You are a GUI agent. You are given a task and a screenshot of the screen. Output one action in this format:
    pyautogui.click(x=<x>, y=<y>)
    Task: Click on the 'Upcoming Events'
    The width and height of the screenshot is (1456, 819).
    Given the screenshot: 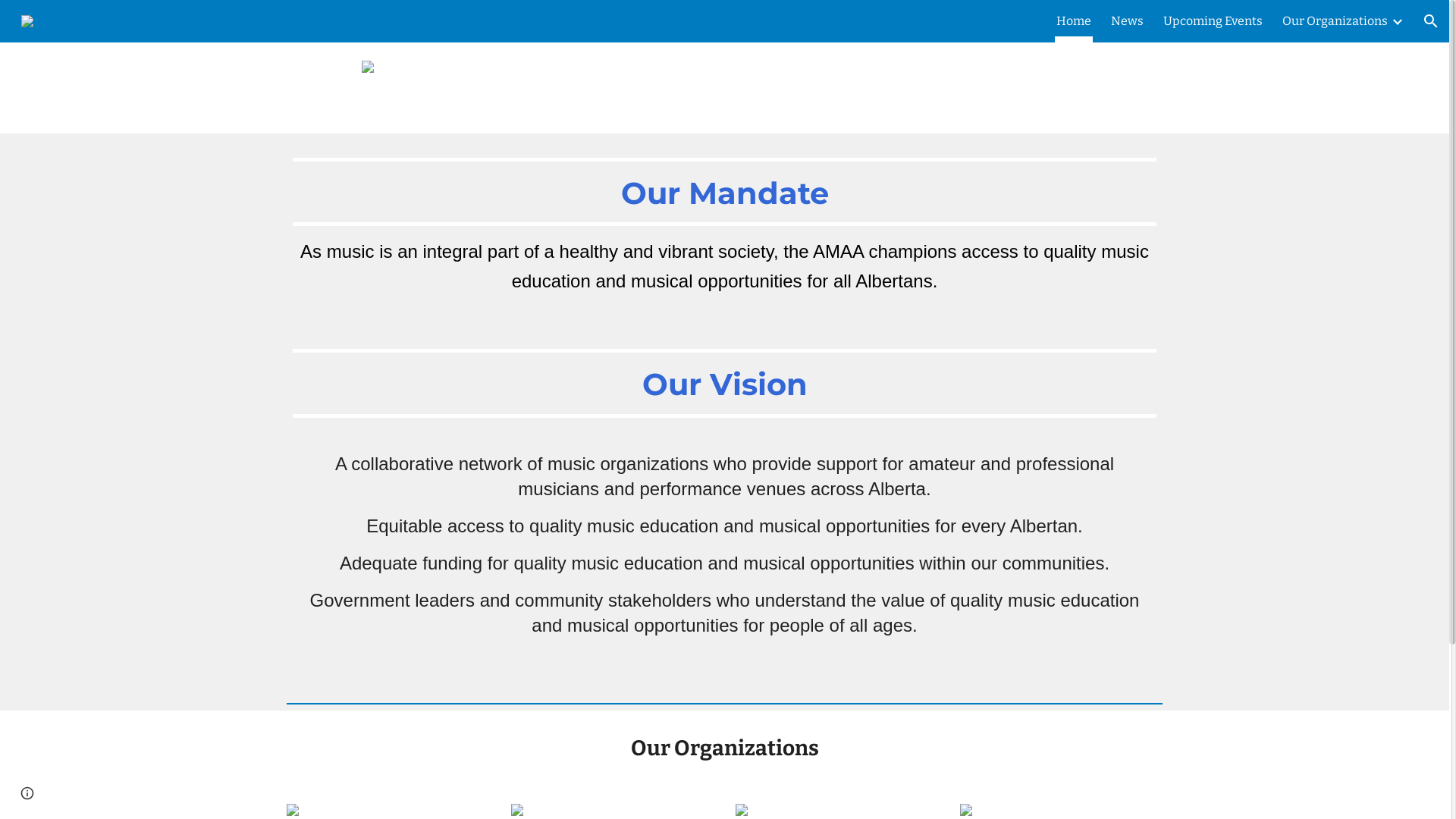 What is the action you would take?
    pyautogui.click(x=1212, y=20)
    